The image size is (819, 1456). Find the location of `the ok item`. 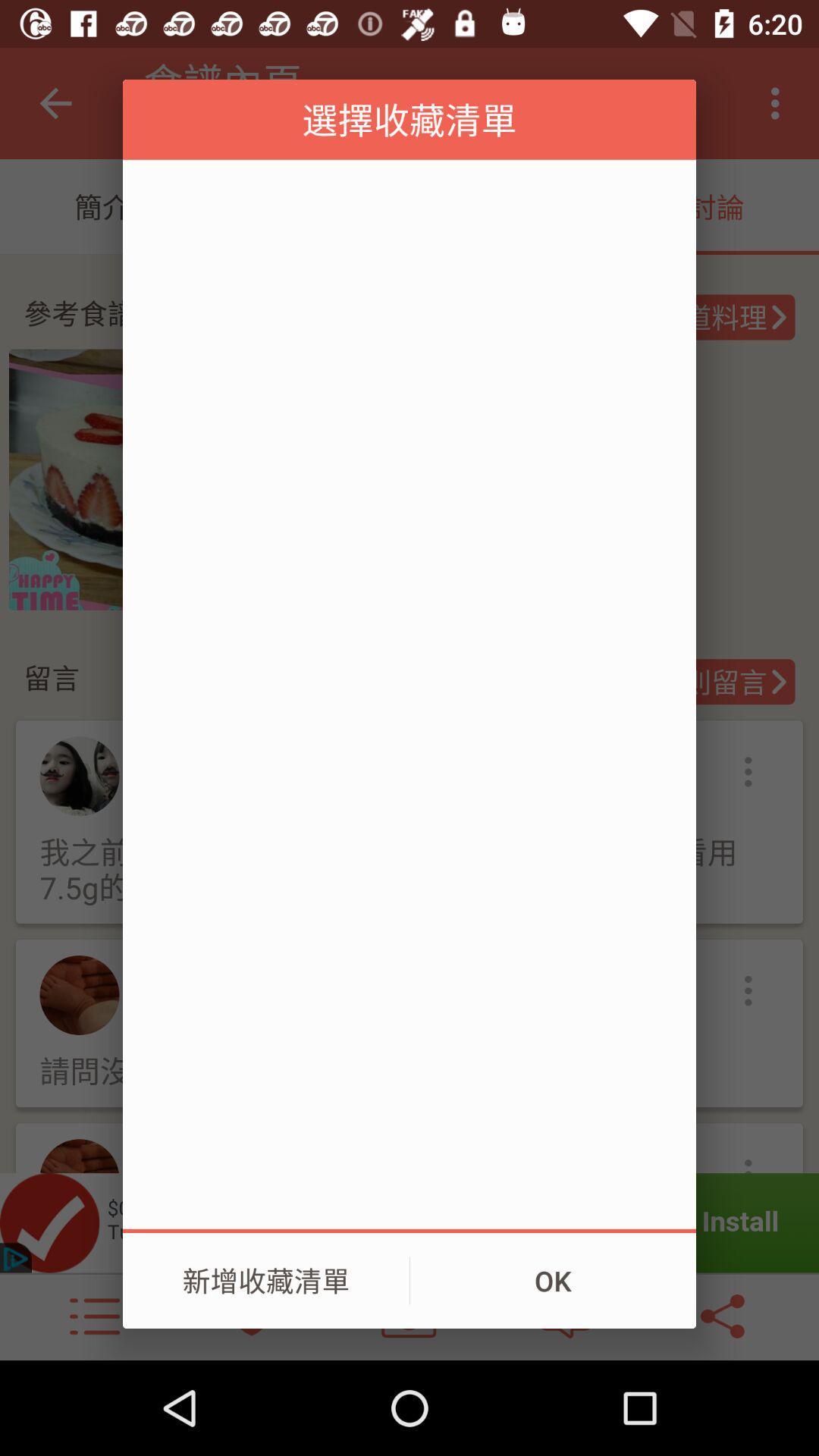

the ok item is located at coordinates (553, 1280).